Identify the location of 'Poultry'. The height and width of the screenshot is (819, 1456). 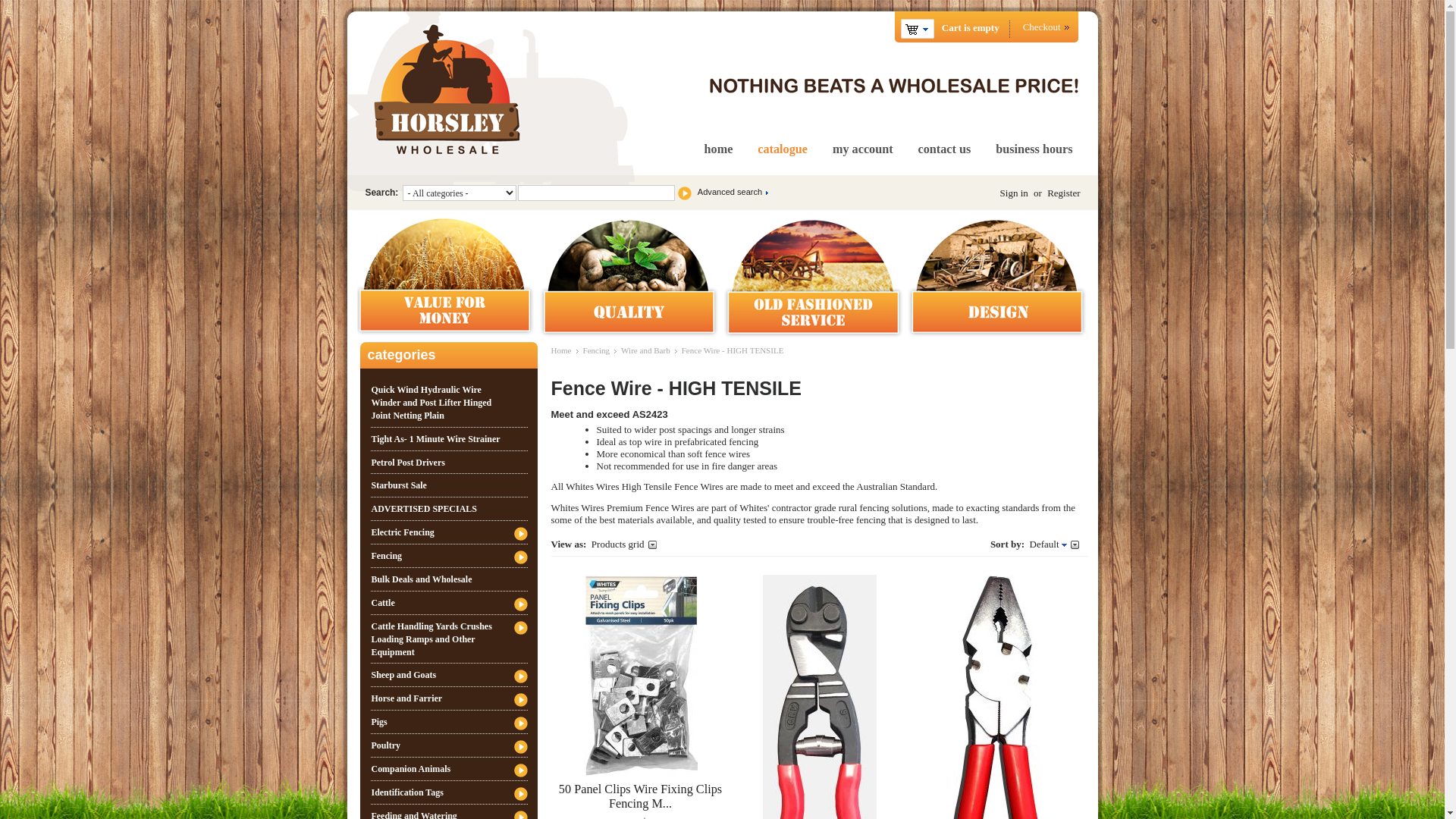
(370, 745).